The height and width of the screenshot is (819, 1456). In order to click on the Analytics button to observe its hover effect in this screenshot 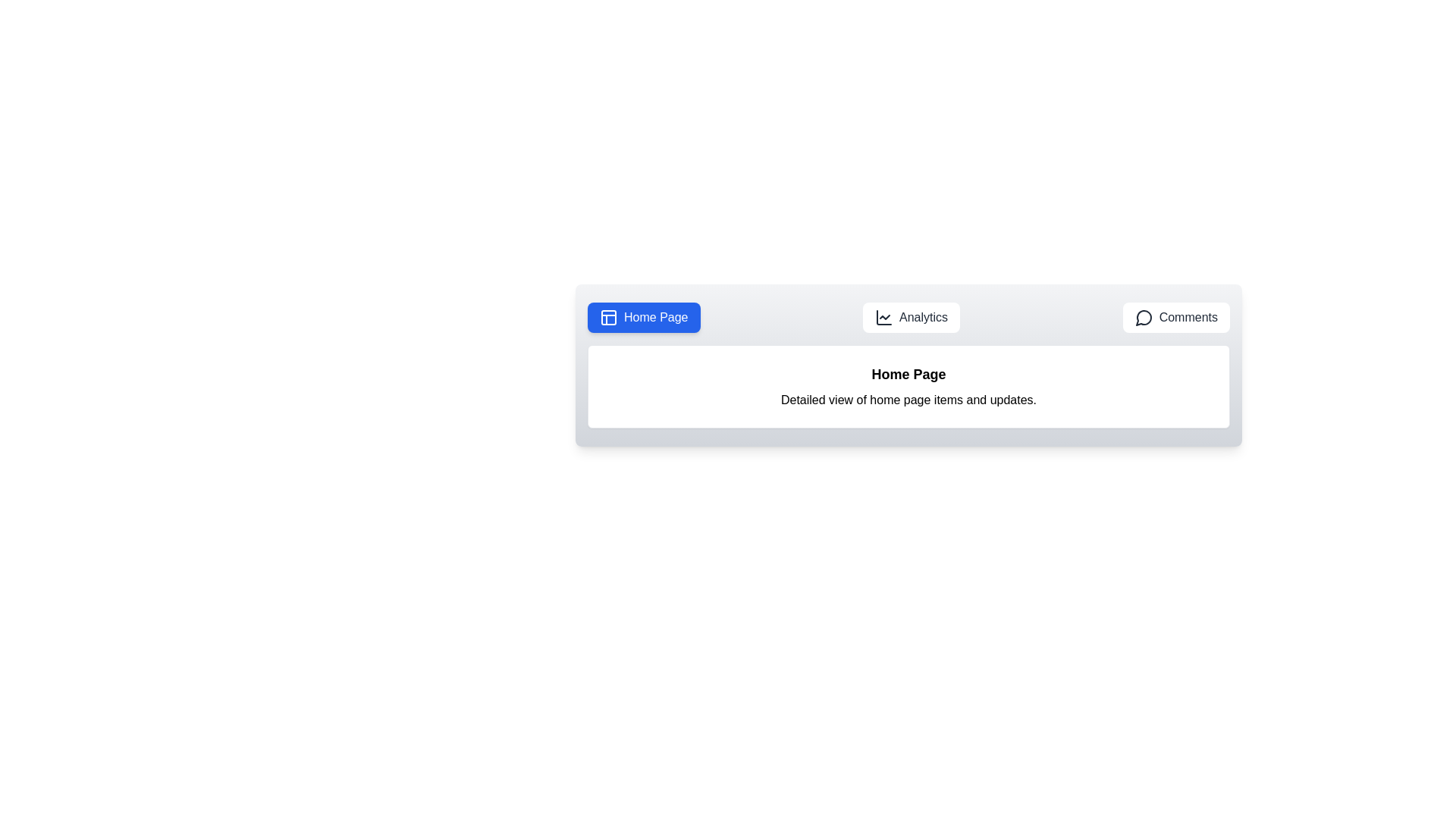, I will do `click(911, 317)`.